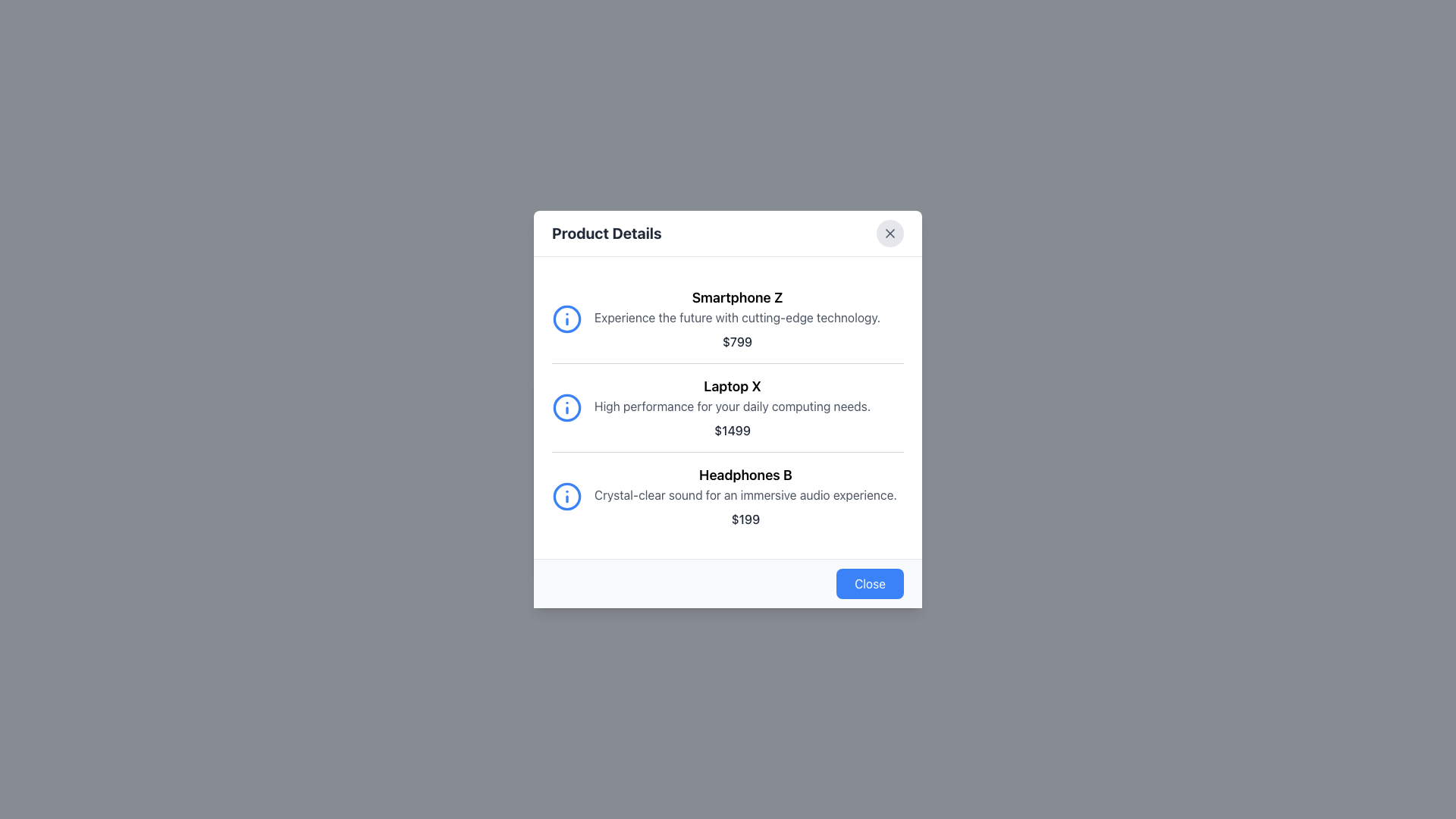 The image size is (1456, 819). I want to click on the text element that reads 'High performance for your daily computing needs.' located under the heading 'Laptop X' and above the price '$1499', so click(733, 406).